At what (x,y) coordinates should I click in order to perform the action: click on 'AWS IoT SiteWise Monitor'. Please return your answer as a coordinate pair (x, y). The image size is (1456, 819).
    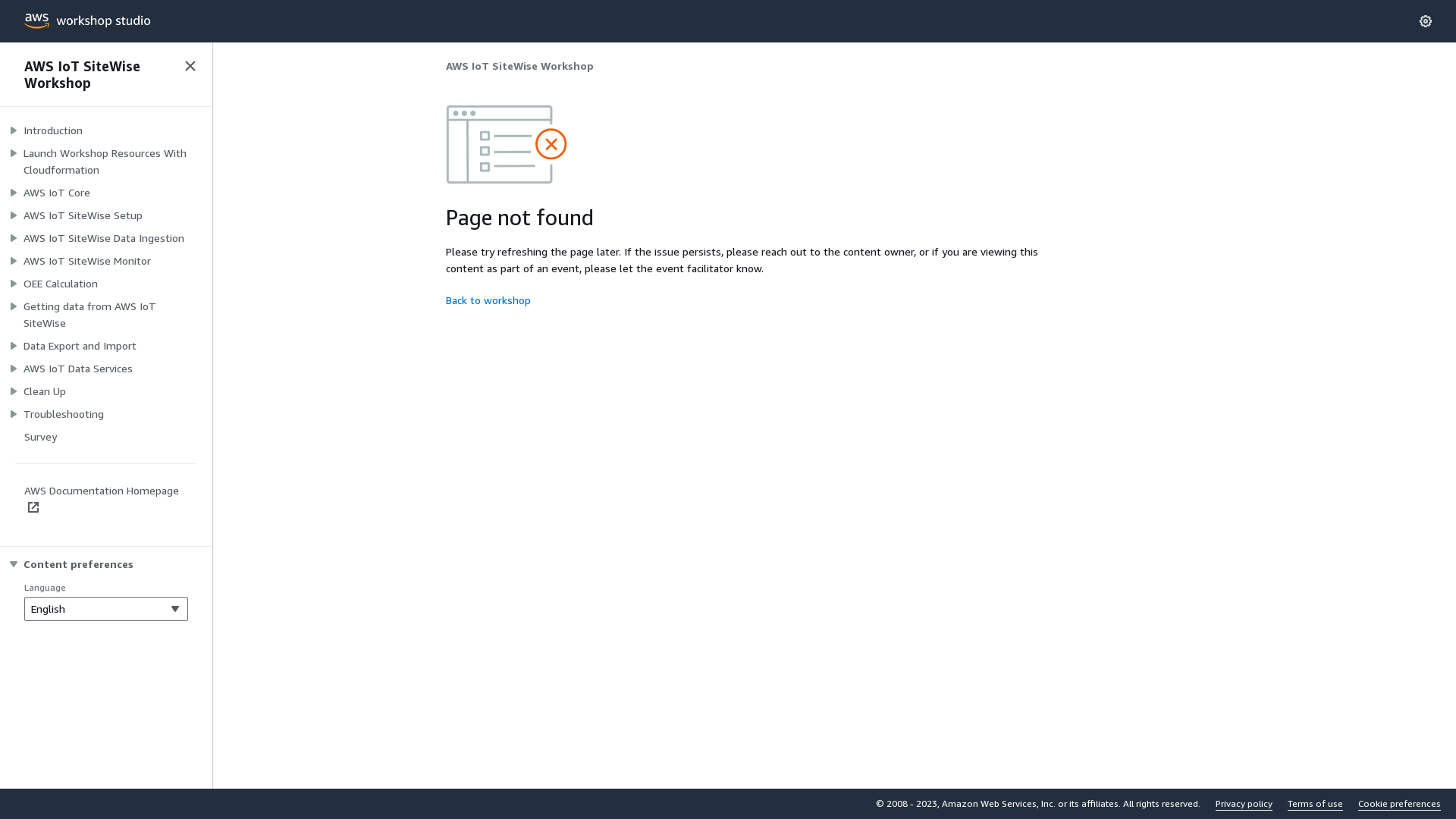
    Looking at the image, I should click on (86, 259).